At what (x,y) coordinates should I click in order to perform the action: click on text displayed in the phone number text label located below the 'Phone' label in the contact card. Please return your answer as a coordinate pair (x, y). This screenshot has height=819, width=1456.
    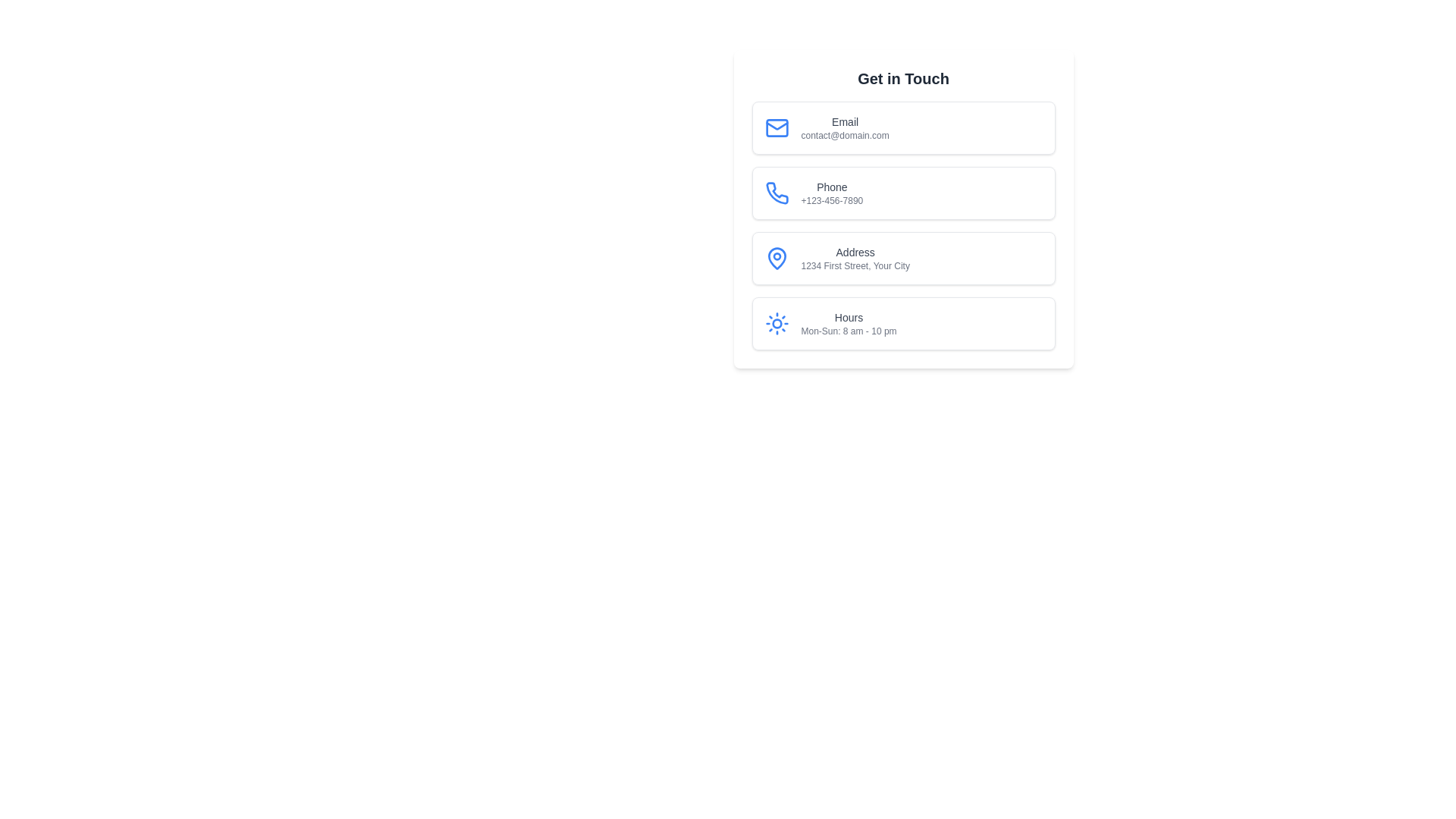
    Looking at the image, I should click on (831, 200).